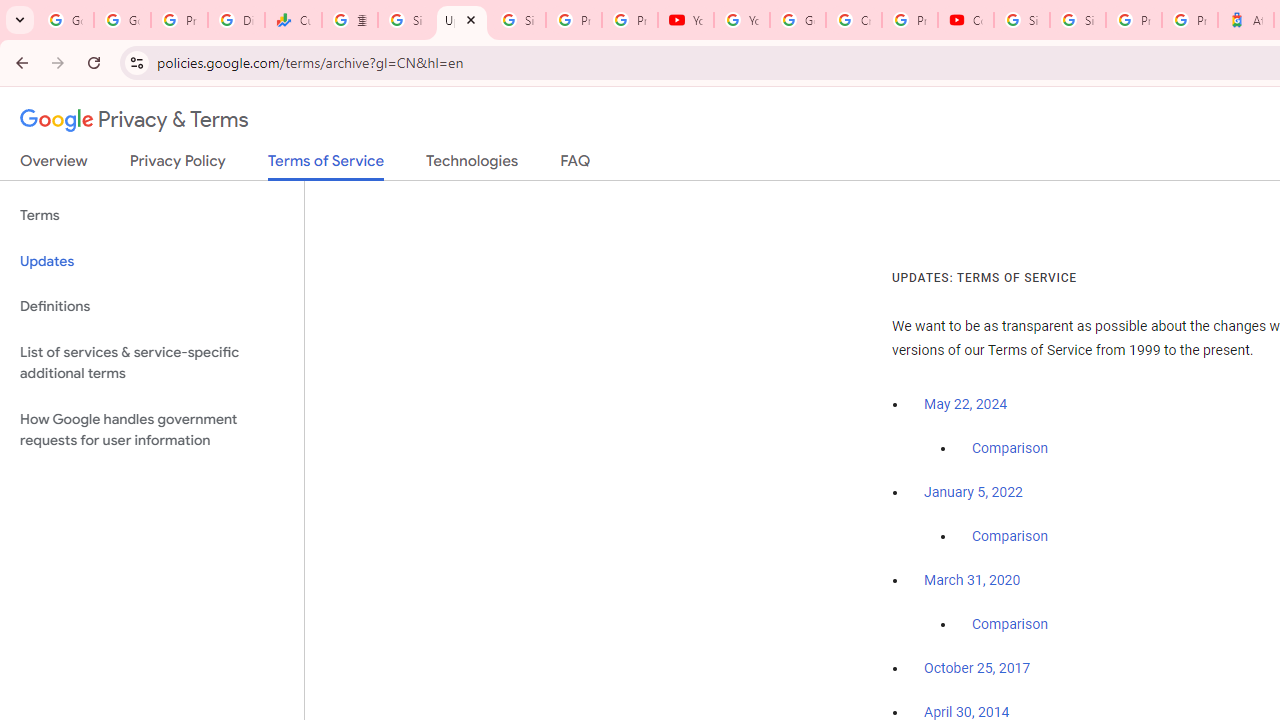  Describe the element at coordinates (54, 164) in the screenshot. I see `'Overview'` at that location.